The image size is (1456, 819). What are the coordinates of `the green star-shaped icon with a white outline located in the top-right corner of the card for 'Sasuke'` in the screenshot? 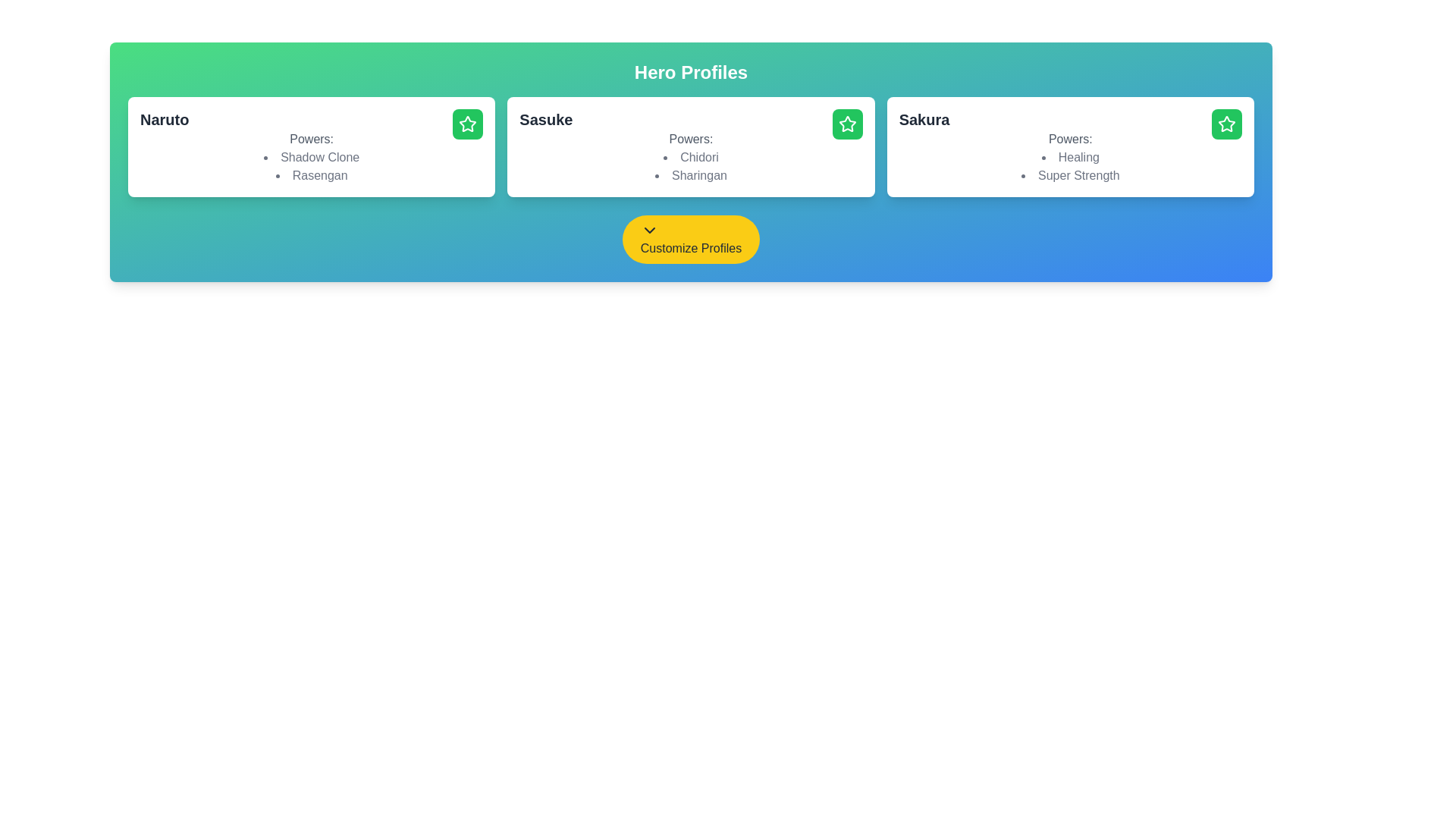 It's located at (846, 123).